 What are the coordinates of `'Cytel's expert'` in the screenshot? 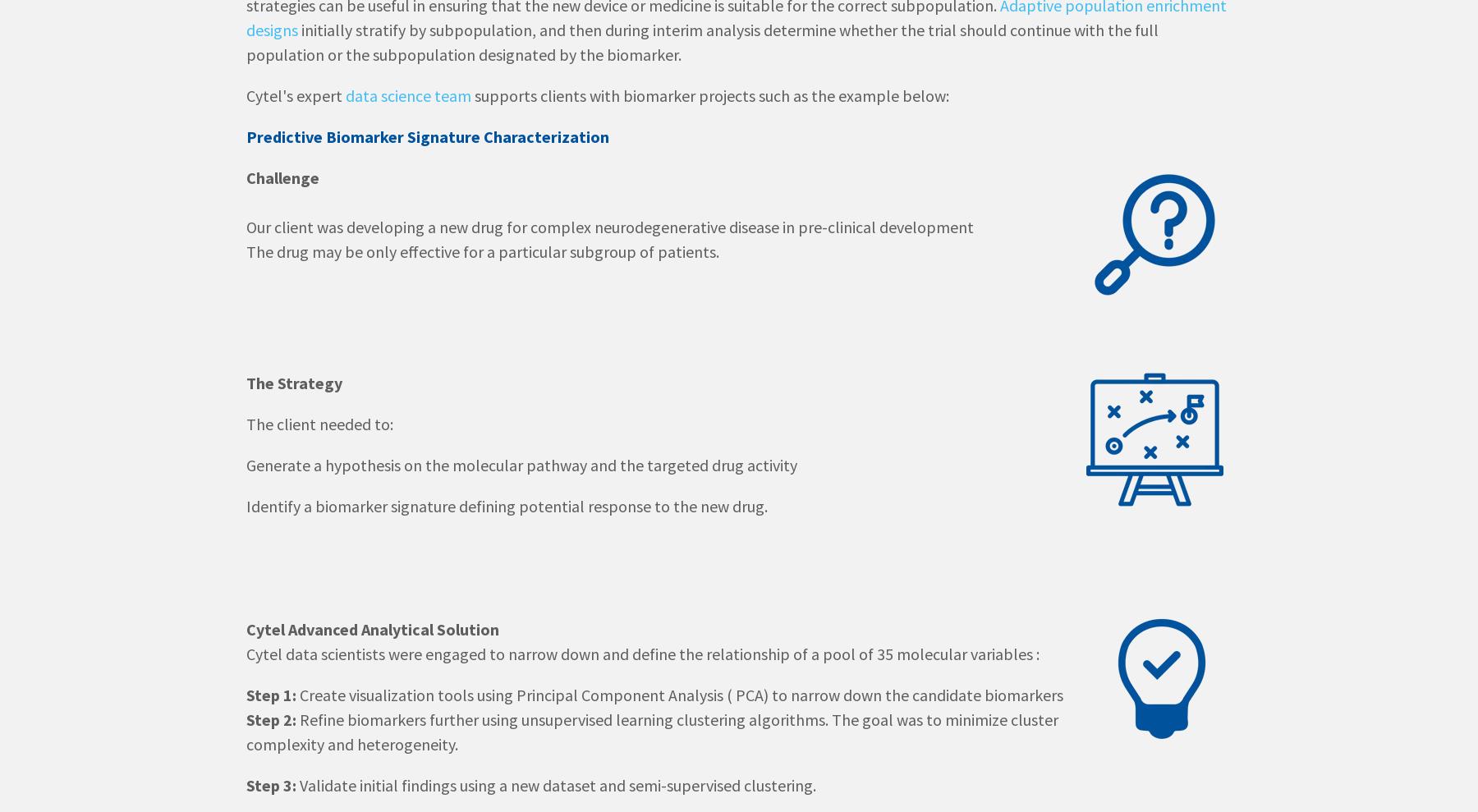 It's located at (296, 94).